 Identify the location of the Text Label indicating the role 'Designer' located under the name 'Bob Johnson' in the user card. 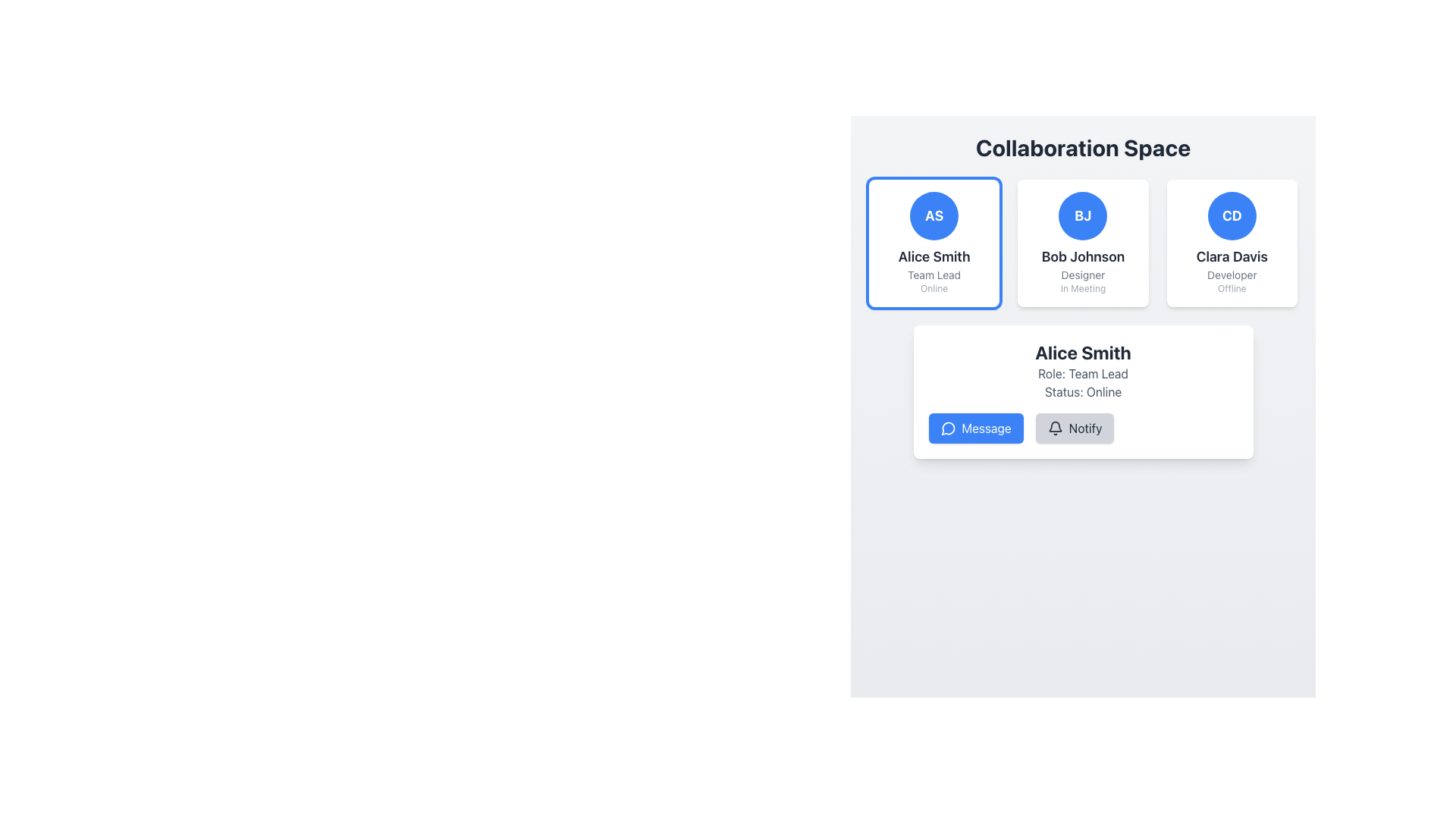
(1082, 275).